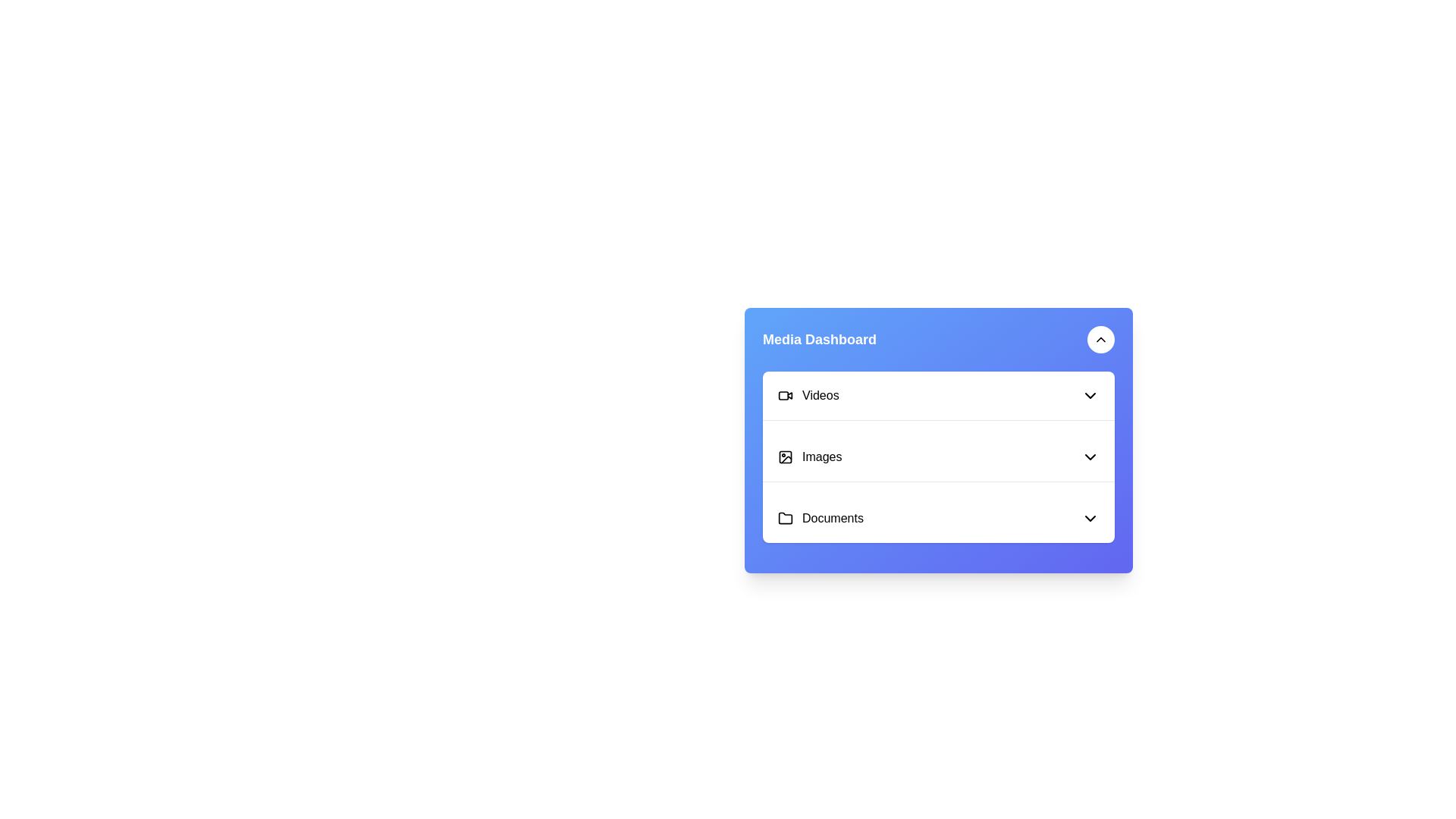 The width and height of the screenshot is (1456, 819). Describe the element at coordinates (1090, 517) in the screenshot. I see `the chevron icon located at the far-right side of the 'Documents' section` at that location.